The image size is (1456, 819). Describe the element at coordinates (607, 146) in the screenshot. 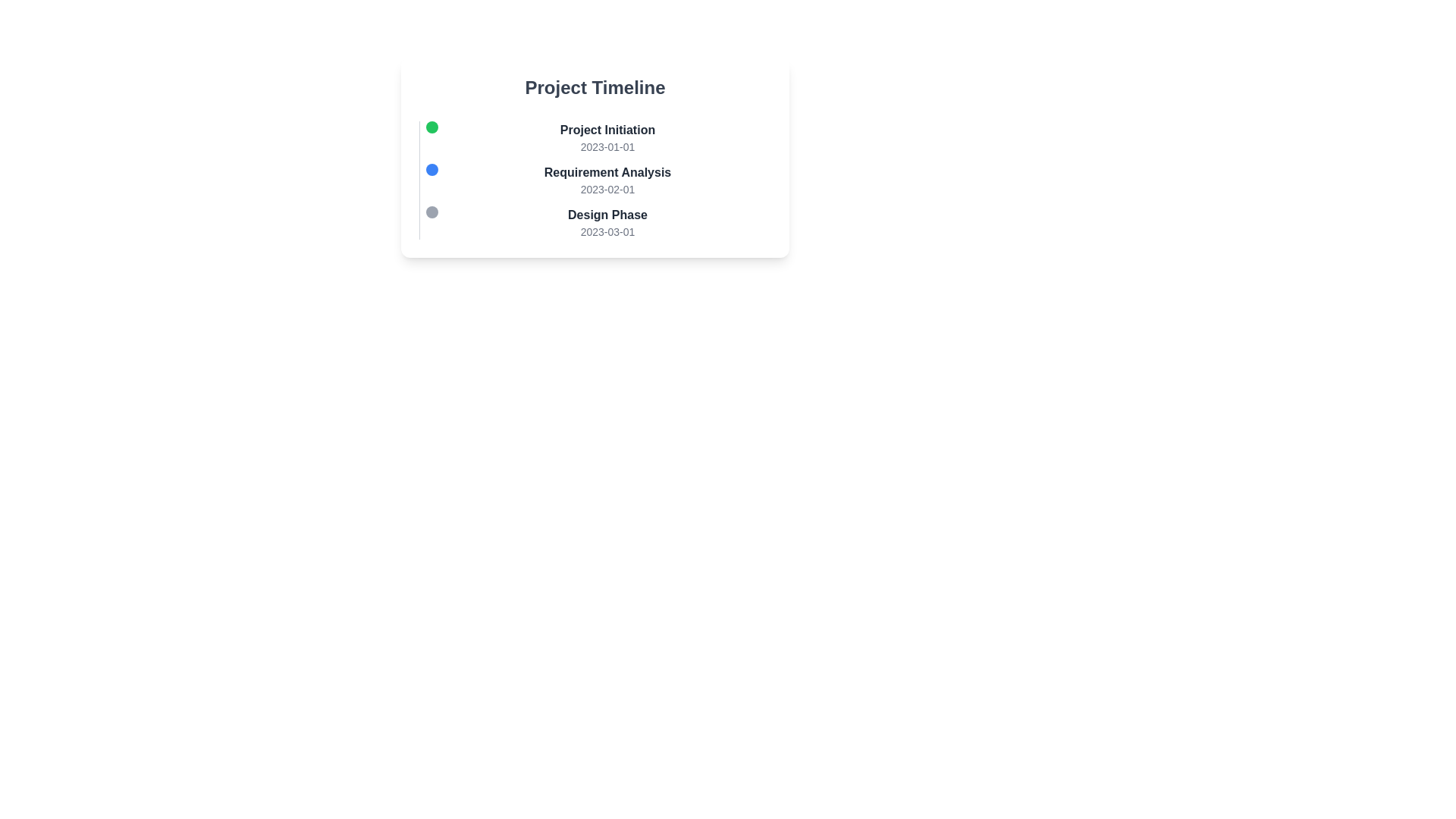

I see `displayed date '2023-01-01' located below the text 'Project Initiation' in the vertical timeline` at that location.